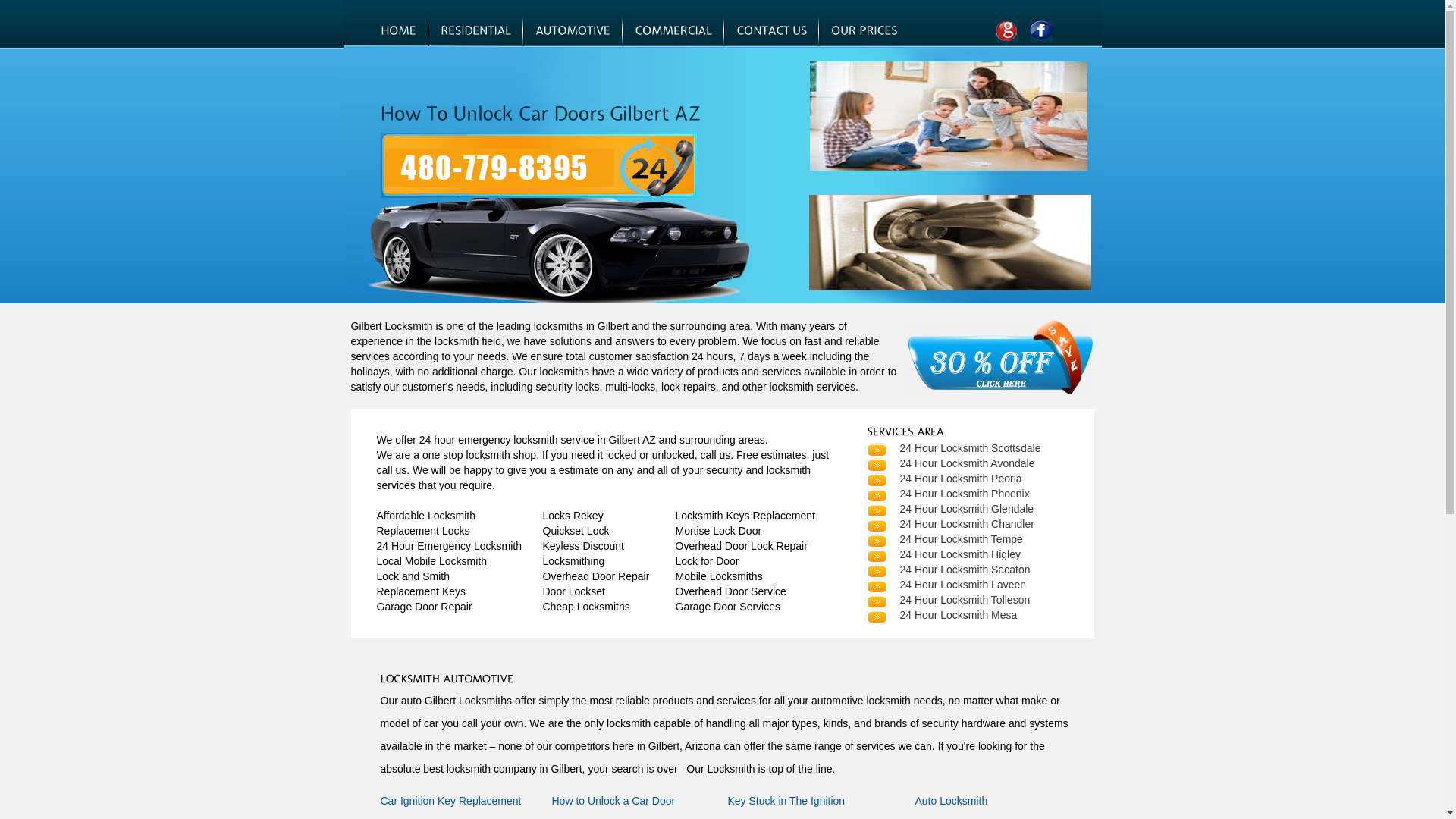 The height and width of the screenshot is (819, 1456). Describe the element at coordinates (705, 561) in the screenshot. I see `'Lock for Door'` at that location.